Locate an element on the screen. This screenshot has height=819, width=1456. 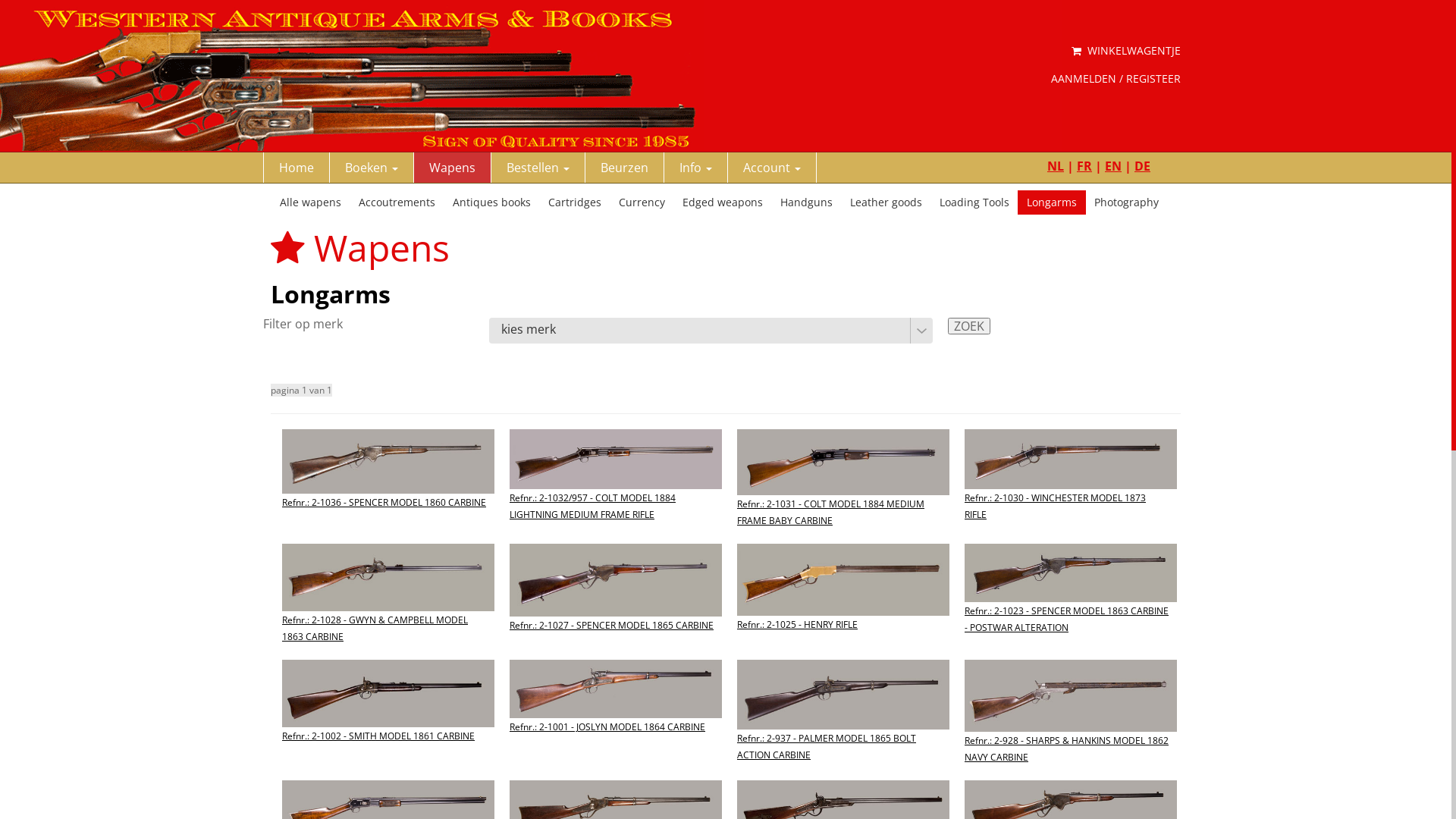
'Boeken' is located at coordinates (329, 167).